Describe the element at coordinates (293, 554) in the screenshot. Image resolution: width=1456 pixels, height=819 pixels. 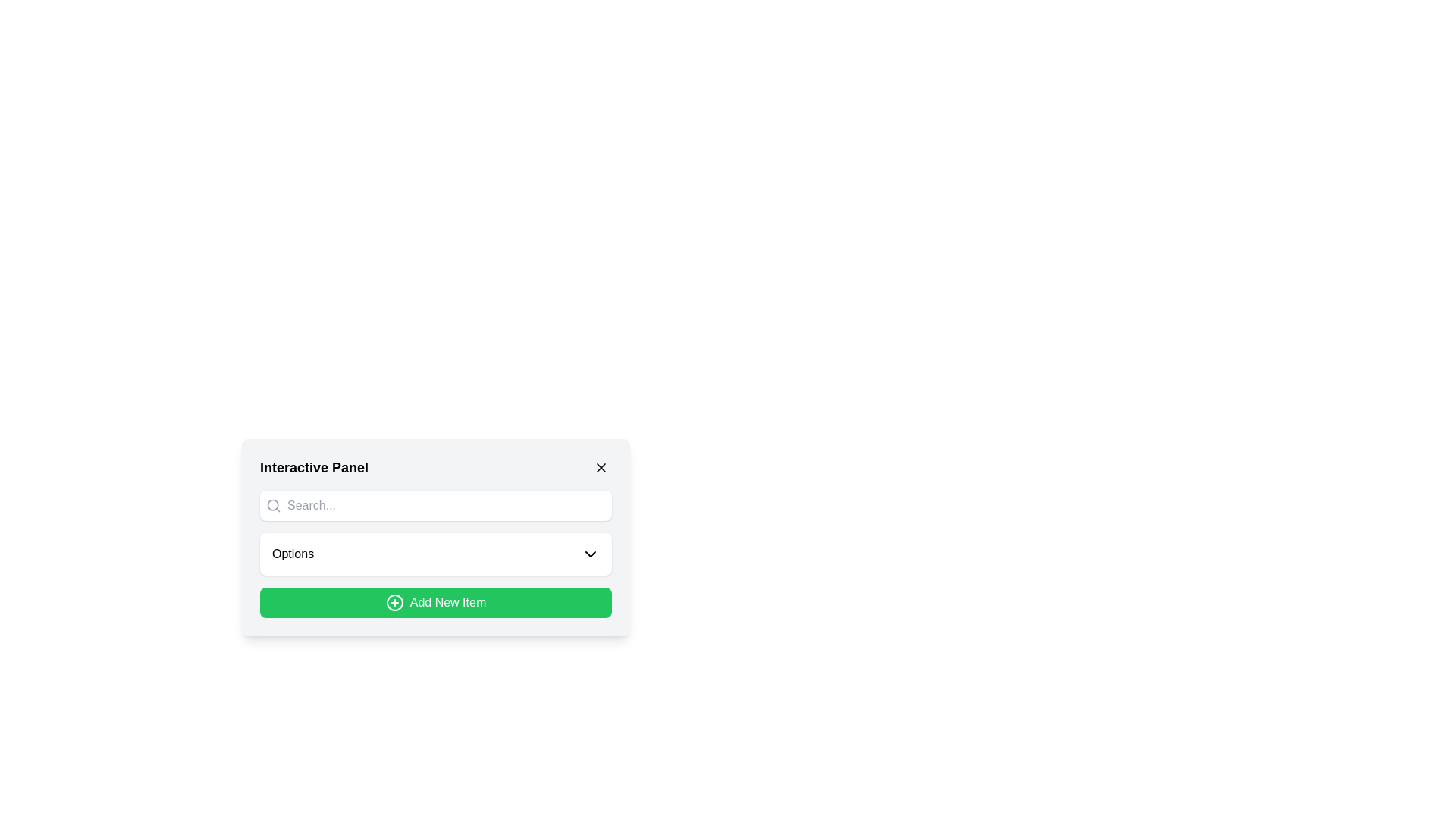
I see `the 'Options' text label for the dropdown menu` at that location.